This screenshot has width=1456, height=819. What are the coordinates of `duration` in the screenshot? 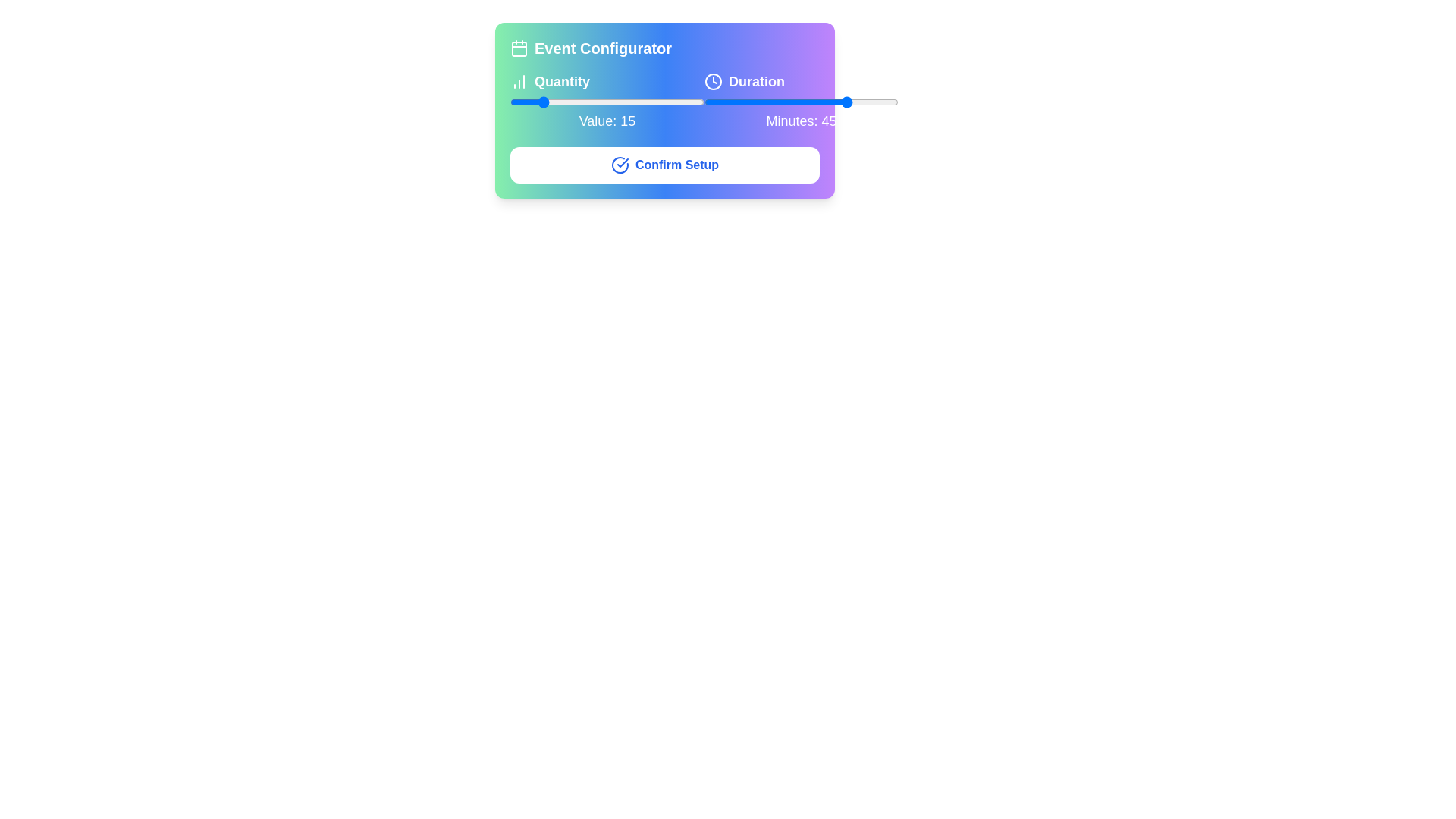 It's located at (820, 102).